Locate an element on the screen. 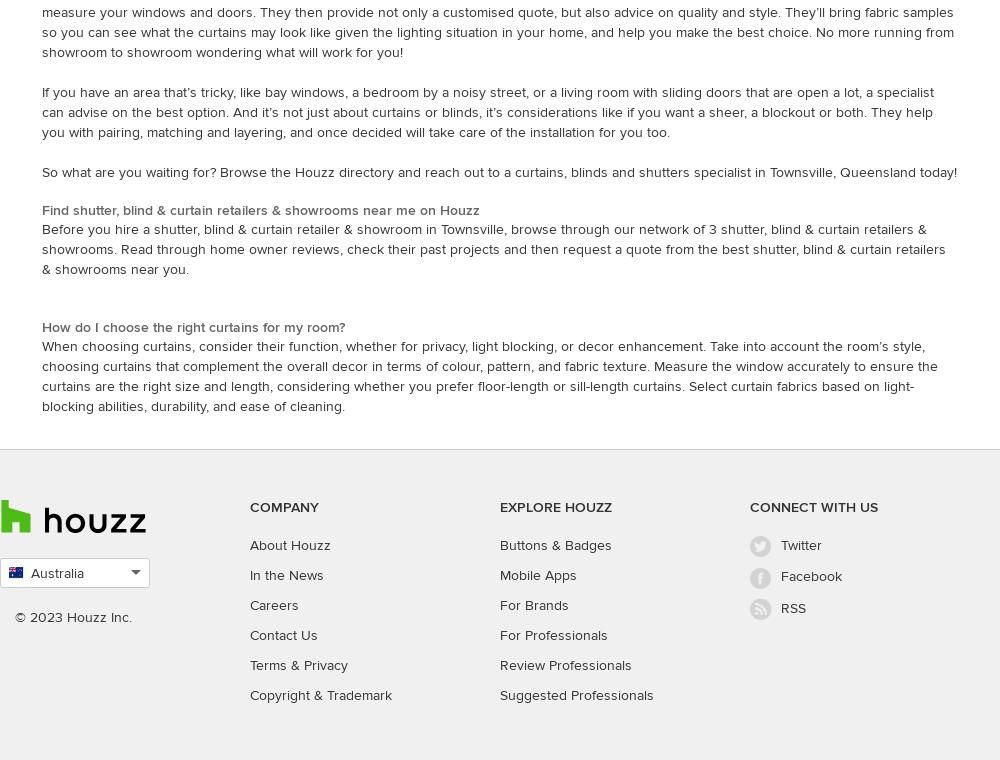 Image resolution: width=1000 pixels, height=760 pixels. 'Contact Us' is located at coordinates (250, 634).